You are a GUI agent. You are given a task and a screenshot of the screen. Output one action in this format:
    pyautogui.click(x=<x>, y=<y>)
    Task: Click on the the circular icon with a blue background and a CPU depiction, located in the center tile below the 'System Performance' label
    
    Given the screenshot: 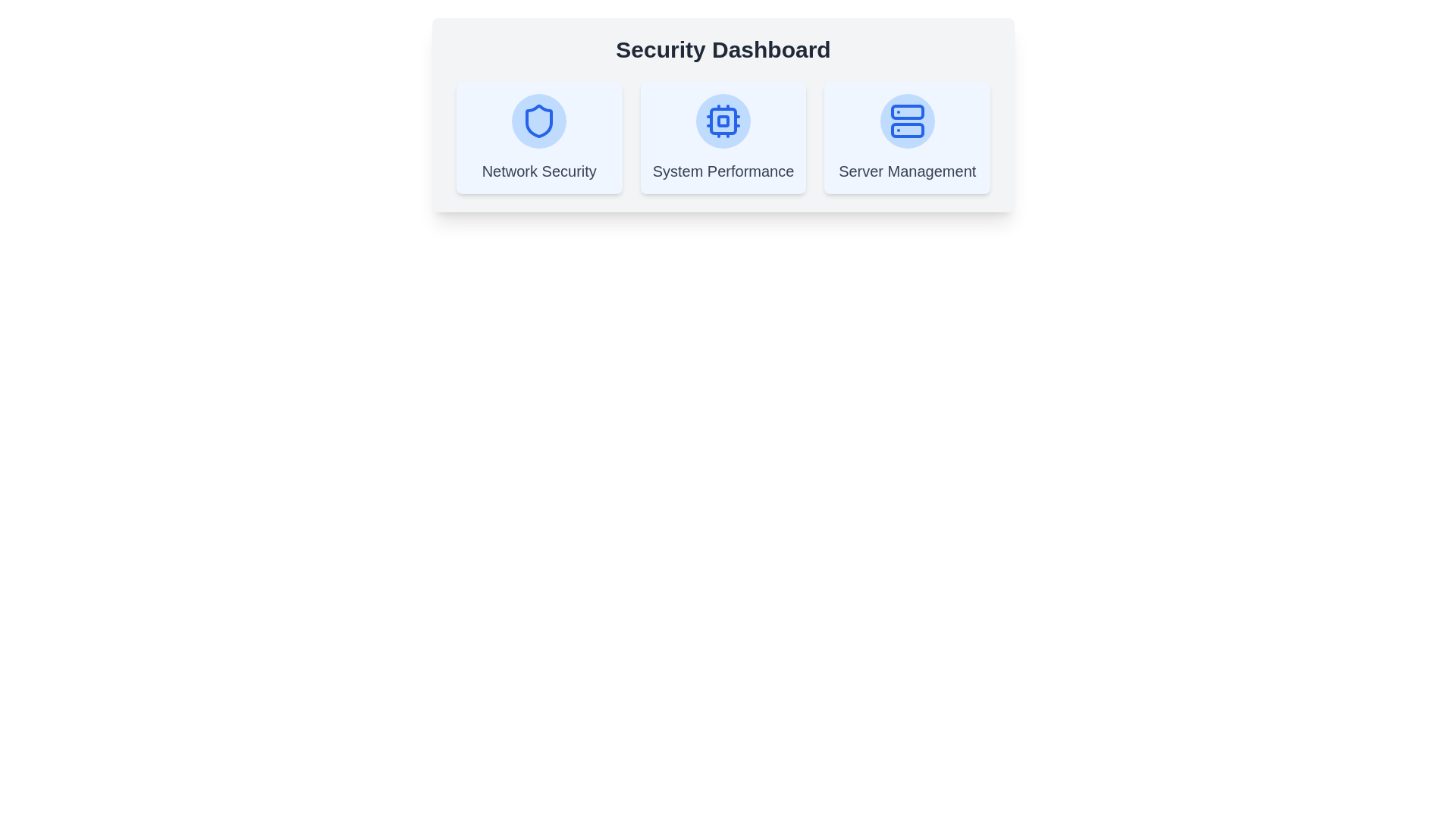 What is the action you would take?
    pyautogui.click(x=723, y=120)
    